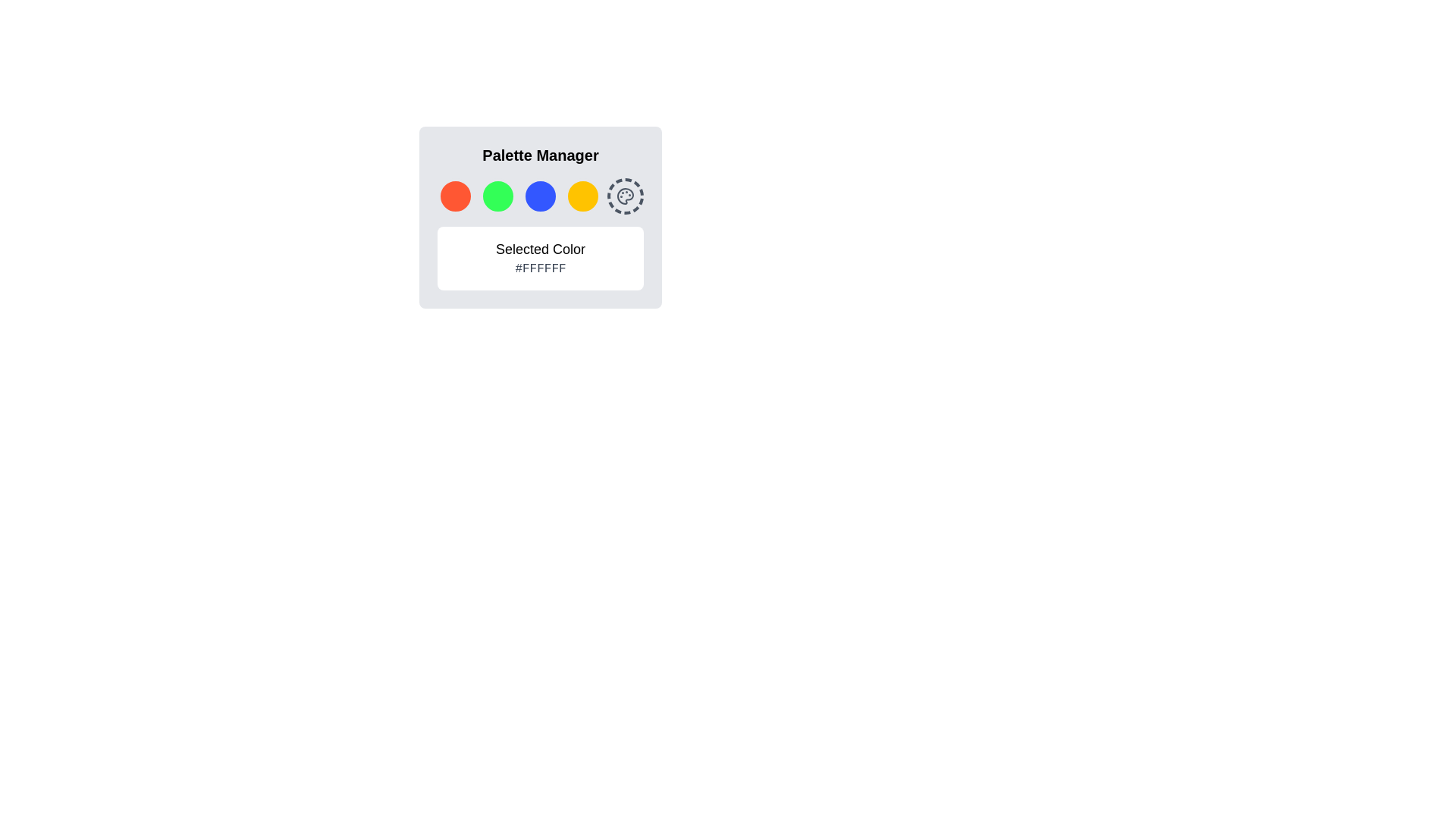  What do you see at coordinates (454, 195) in the screenshot?
I see `the first circular button in the 'Palette Manager'` at bounding box center [454, 195].